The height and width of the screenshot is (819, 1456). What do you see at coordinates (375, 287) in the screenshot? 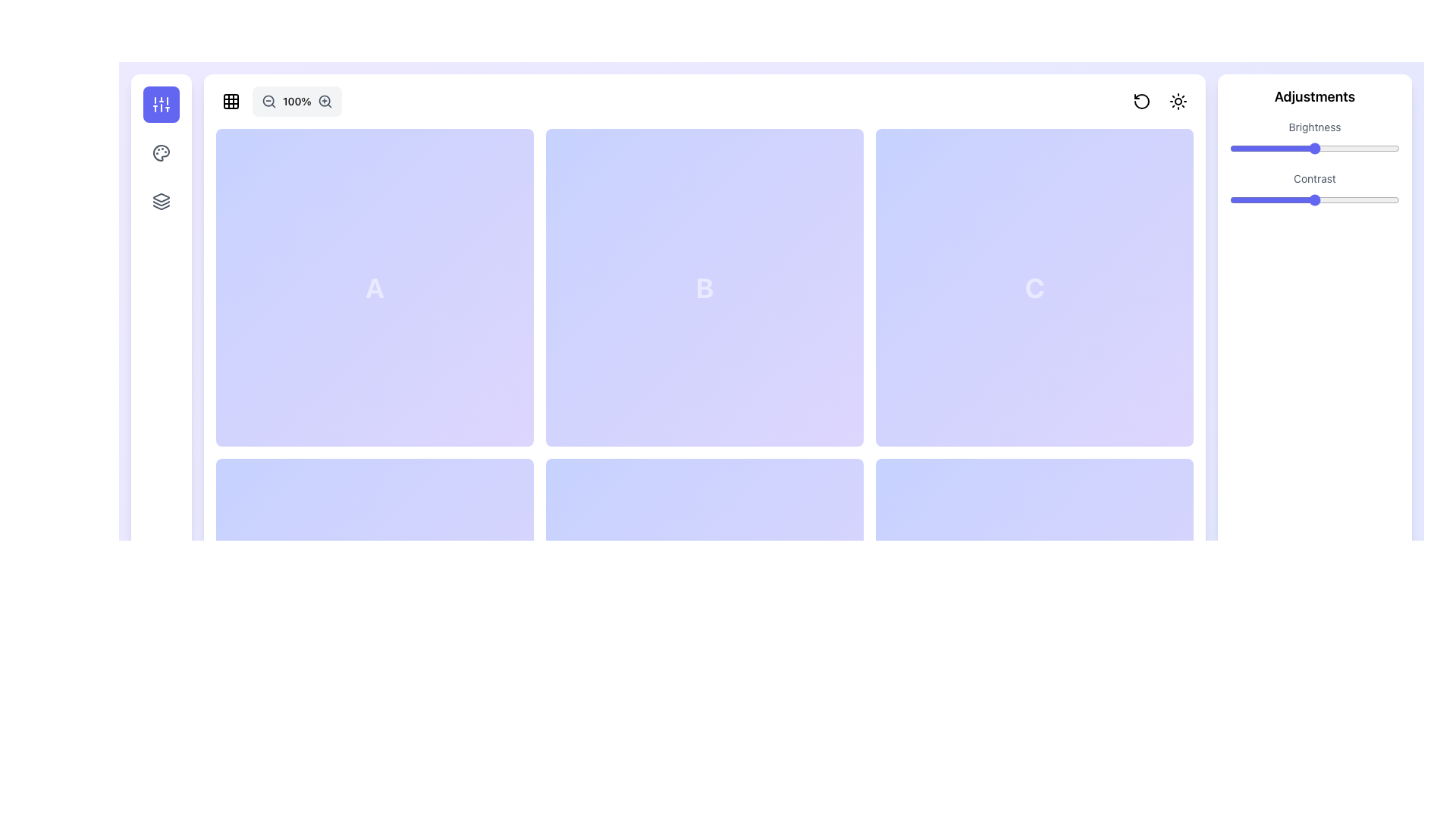
I see `the first card in the grid layout located at the top-left corner` at bounding box center [375, 287].